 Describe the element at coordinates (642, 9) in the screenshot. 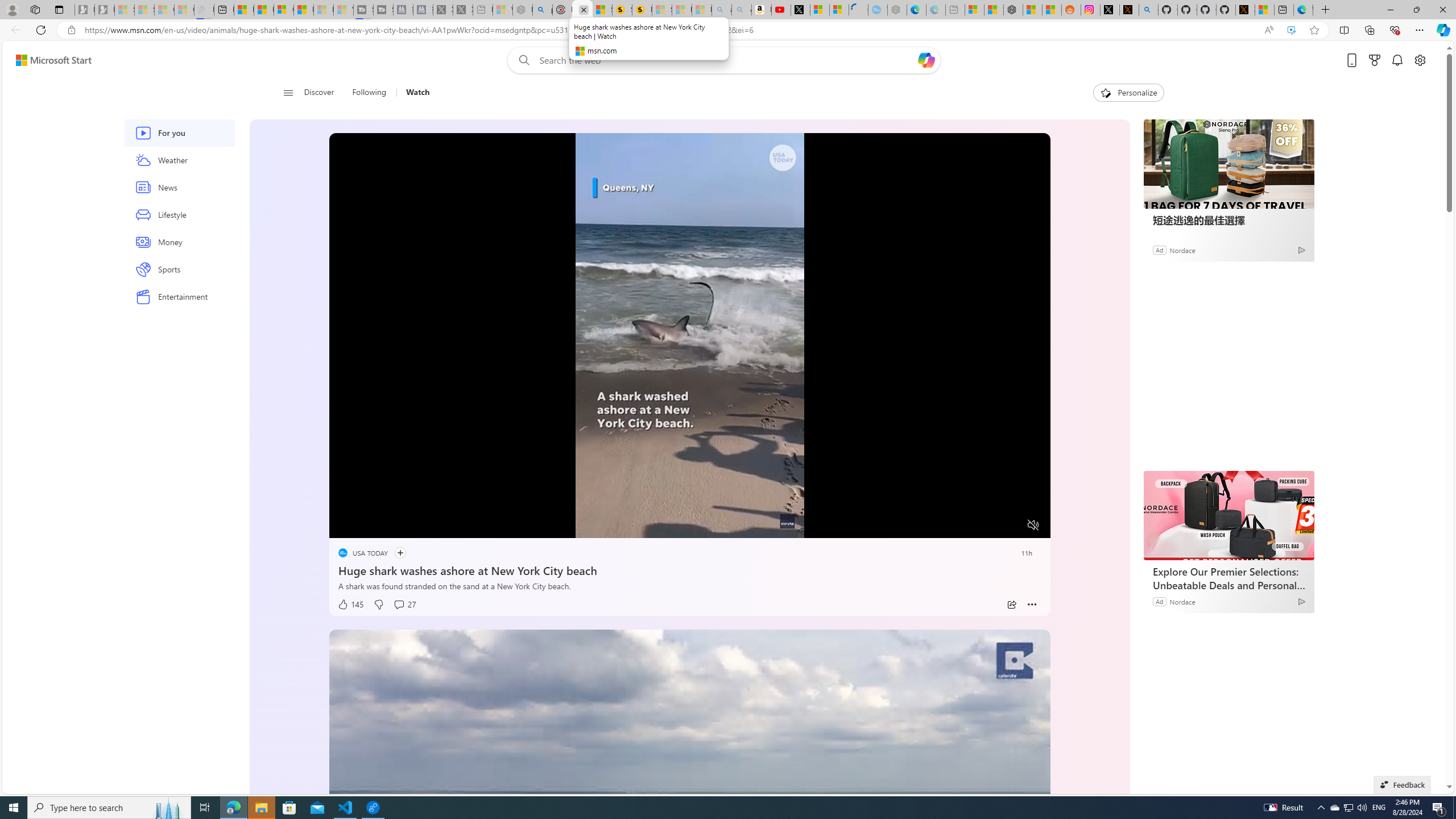

I see `'Michelle Starr, Senior Journalist at ScienceAlert'` at that location.